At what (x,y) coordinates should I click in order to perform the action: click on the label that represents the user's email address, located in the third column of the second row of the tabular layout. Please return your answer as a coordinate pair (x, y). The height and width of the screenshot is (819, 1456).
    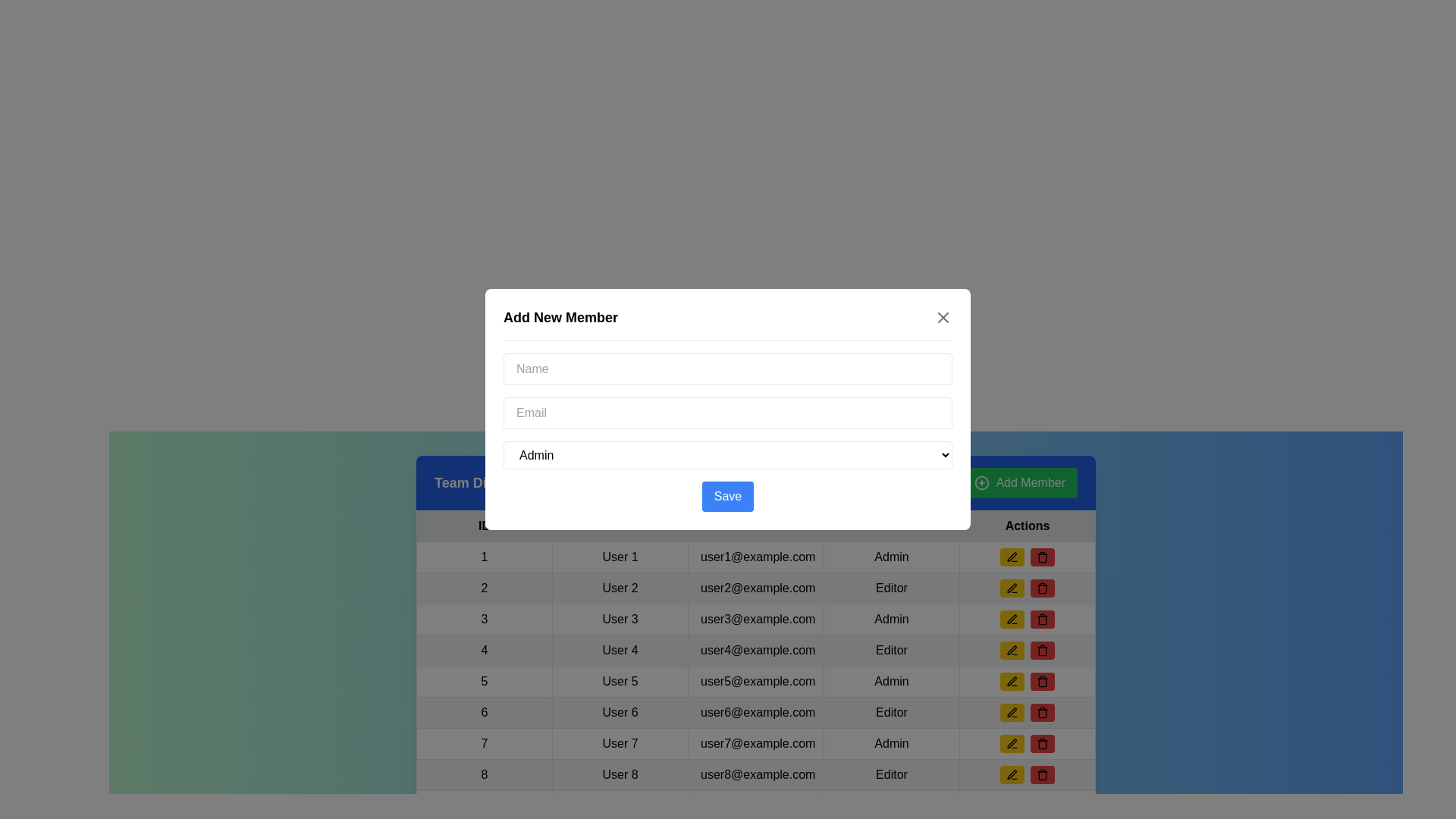
    Looking at the image, I should click on (756, 587).